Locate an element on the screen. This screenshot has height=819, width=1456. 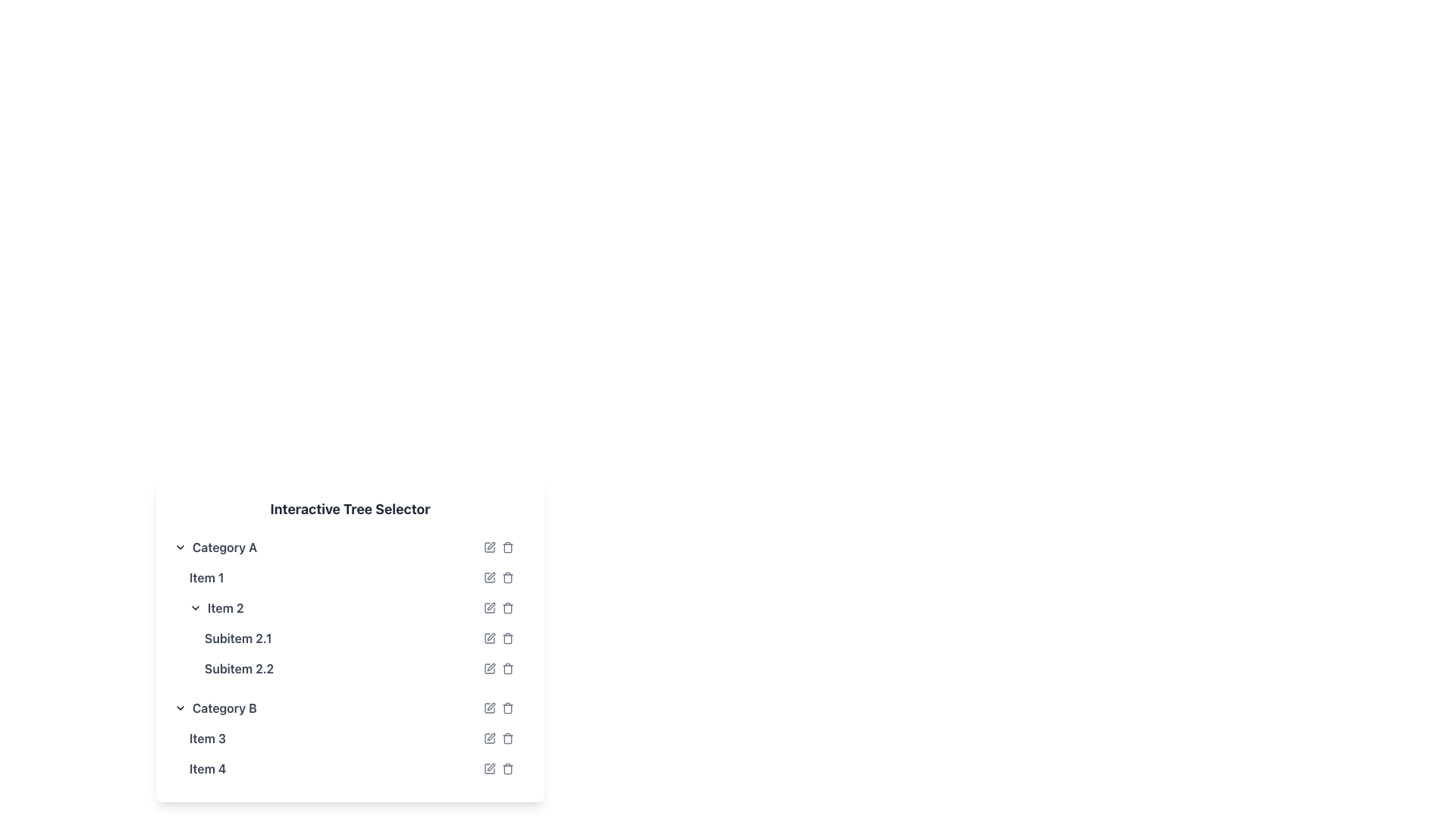
the edit icon located to the right of 'Category A' to initiate the edit functionality for that category is located at coordinates (491, 546).